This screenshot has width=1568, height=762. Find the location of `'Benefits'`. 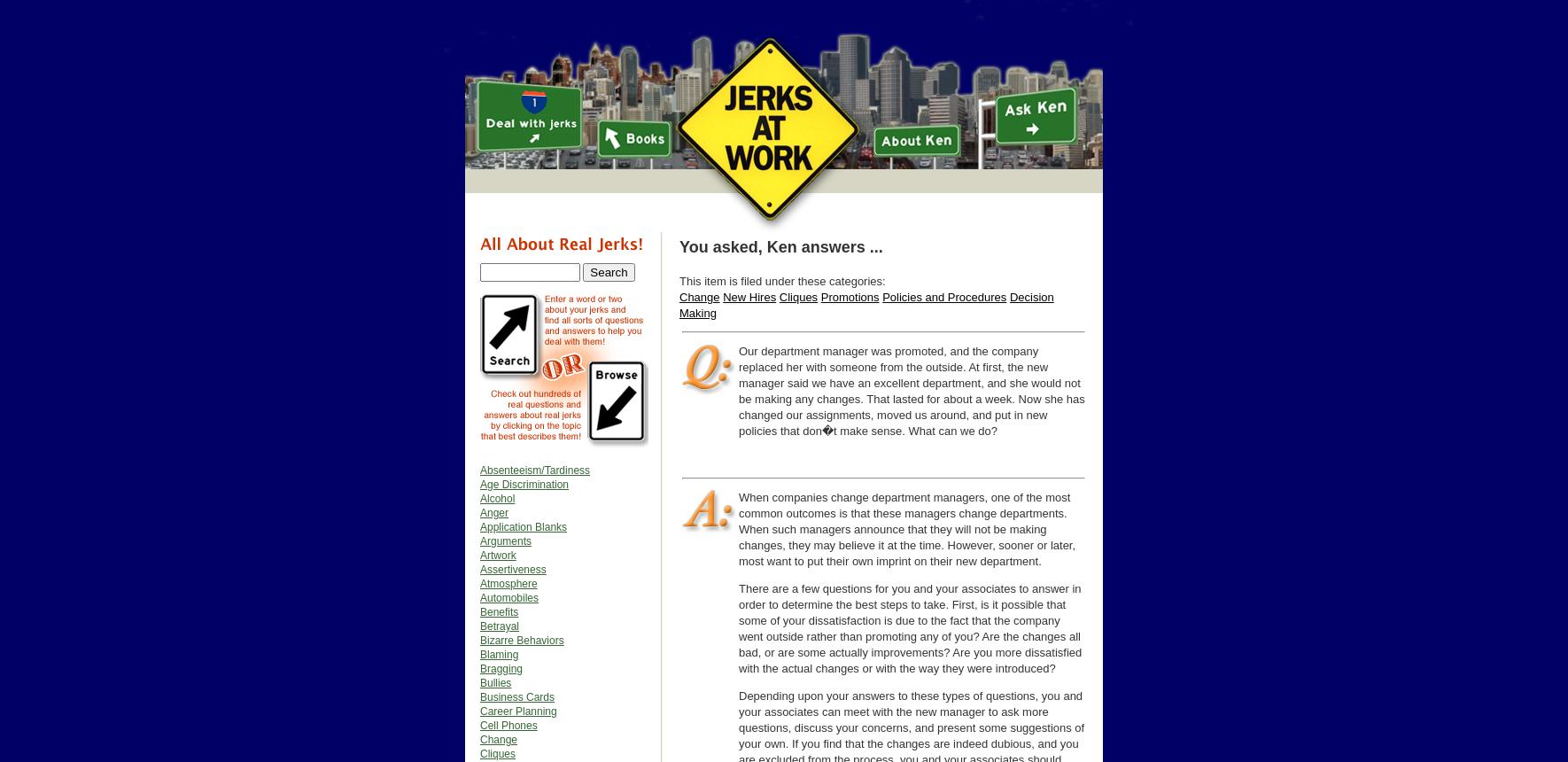

'Benefits' is located at coordinates (499, 612).